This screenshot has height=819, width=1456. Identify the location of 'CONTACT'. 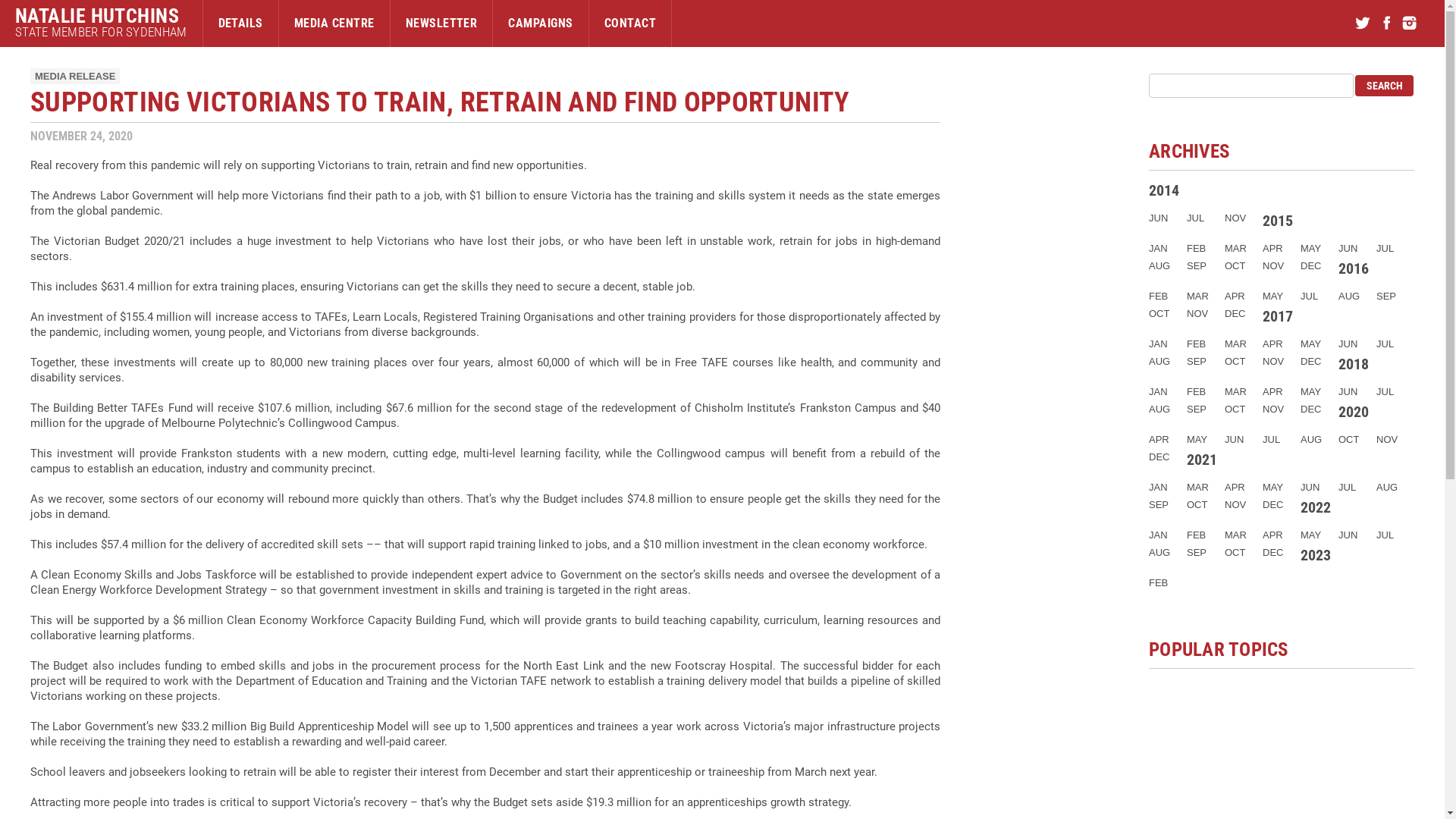
(629, 23).